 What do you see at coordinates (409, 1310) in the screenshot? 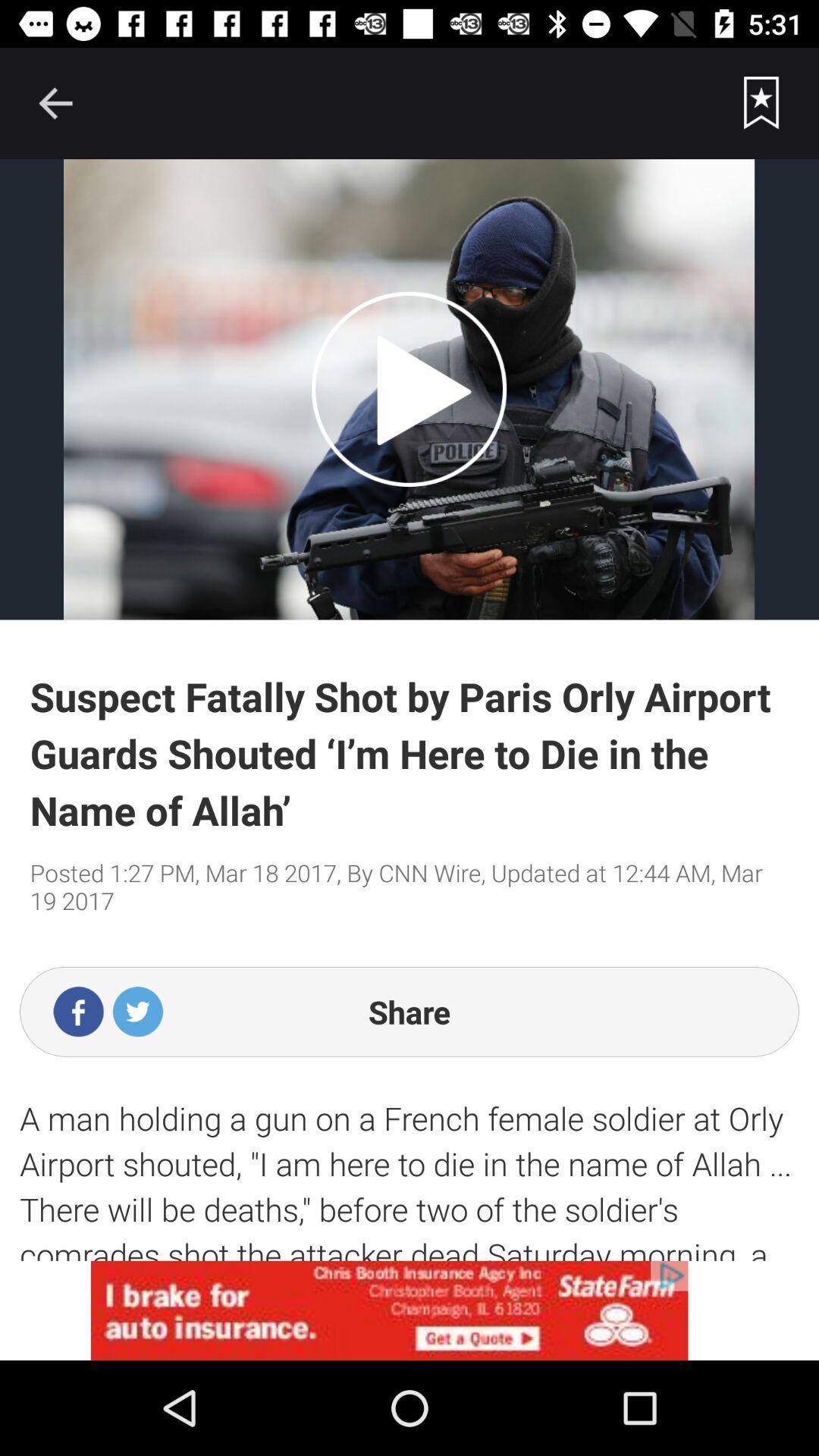
I see `the advertisement` at bounding box center [409, 1310].